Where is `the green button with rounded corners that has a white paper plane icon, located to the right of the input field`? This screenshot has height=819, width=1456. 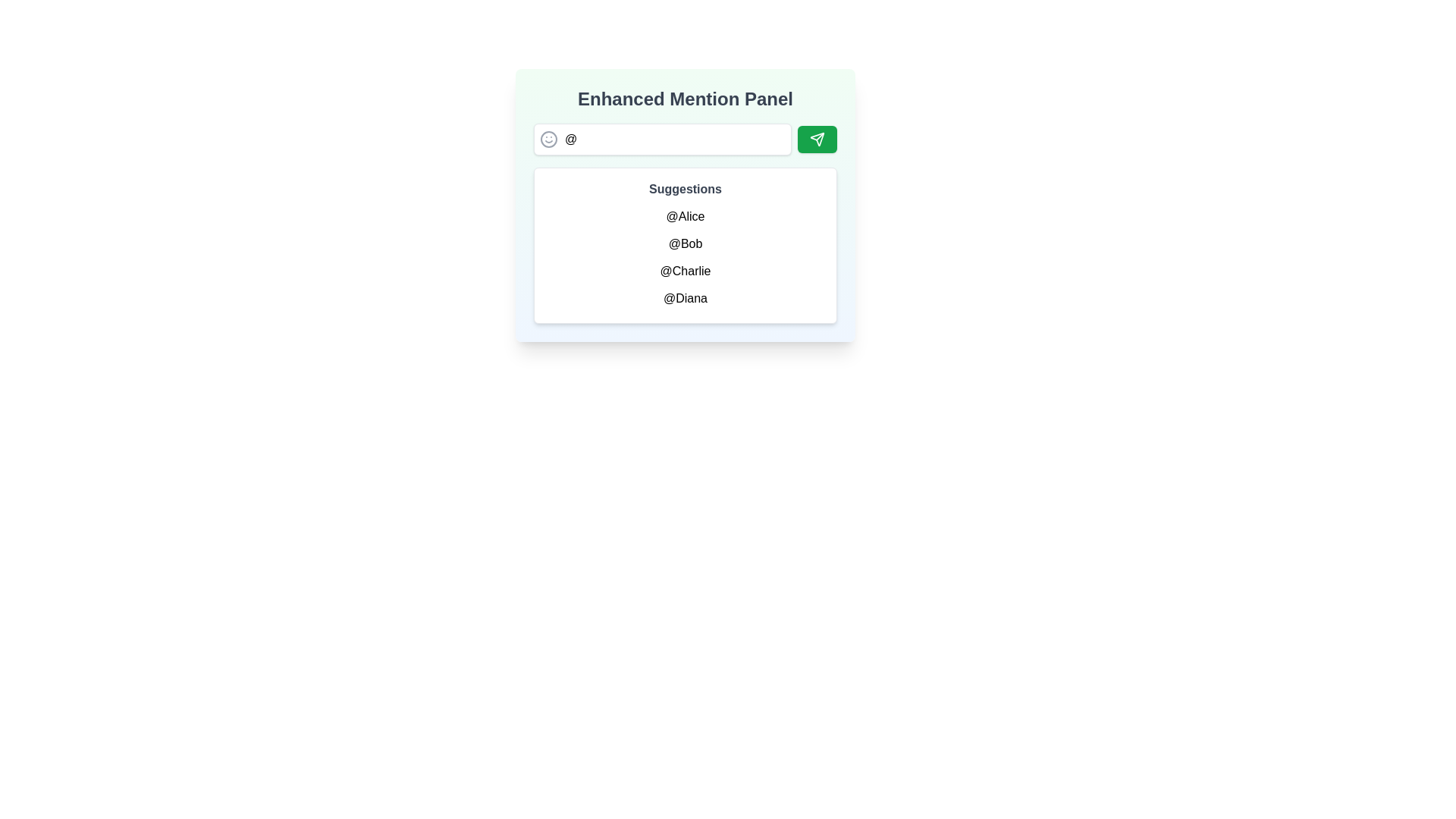 the green button with rounded corners that has a white paper plane icon, located to the right of the input field is located at coordinates (817, 140).